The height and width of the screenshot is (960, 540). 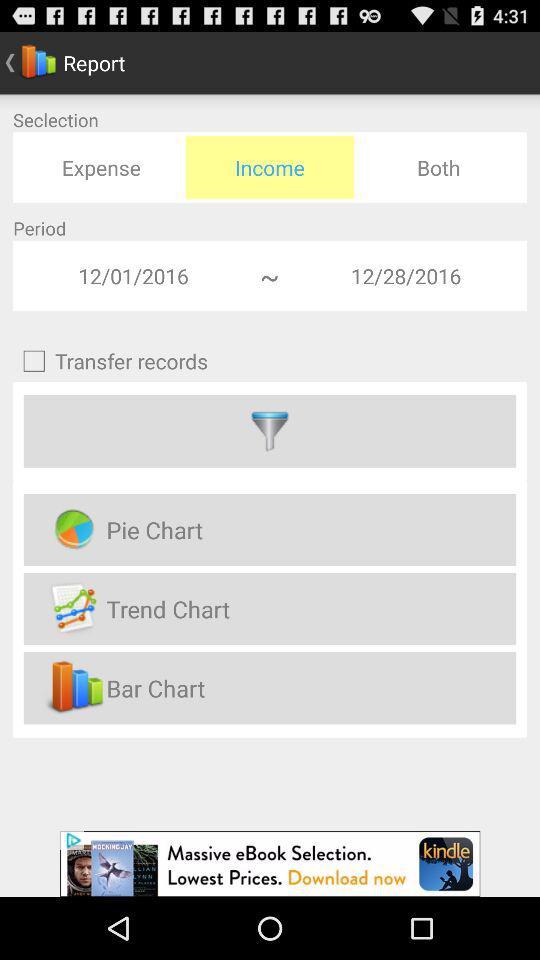 I want to click on filter icon, so click(x=270, y=431).